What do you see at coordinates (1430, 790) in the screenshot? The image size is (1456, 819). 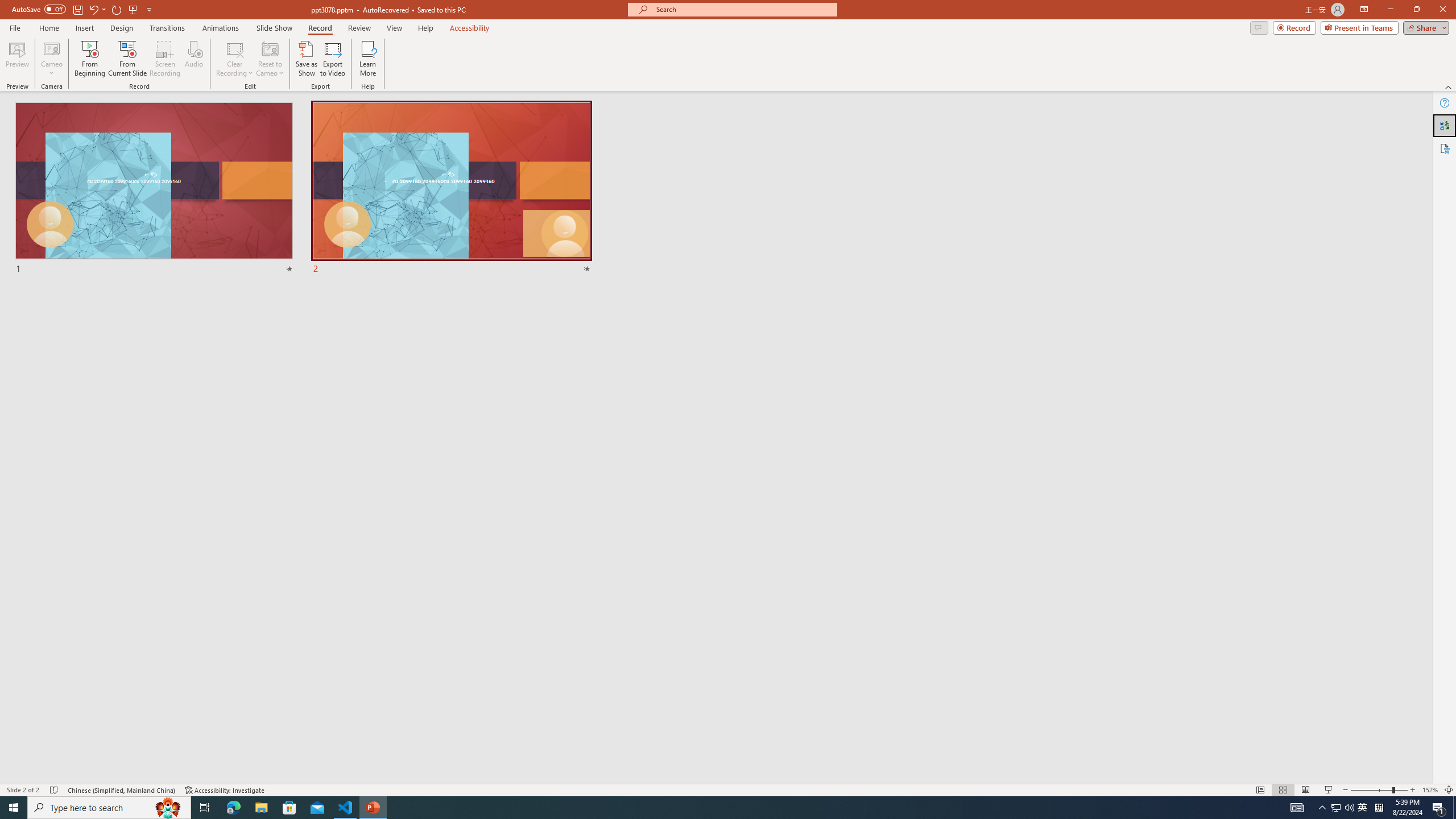 I see `'Zoom 152%'` at bounding box center [1430, 790].